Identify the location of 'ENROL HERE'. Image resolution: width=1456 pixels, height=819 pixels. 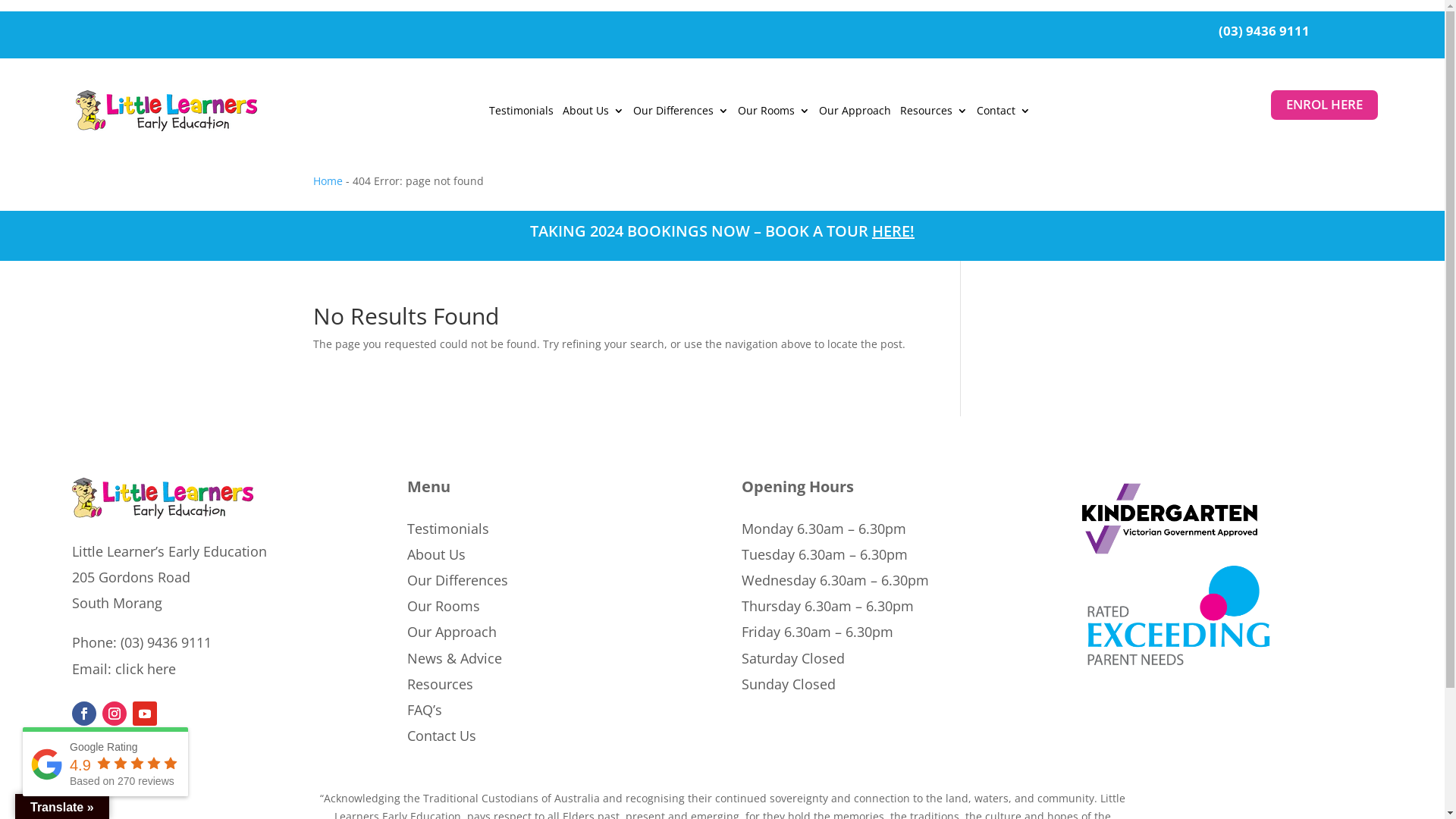
(1323, 104).